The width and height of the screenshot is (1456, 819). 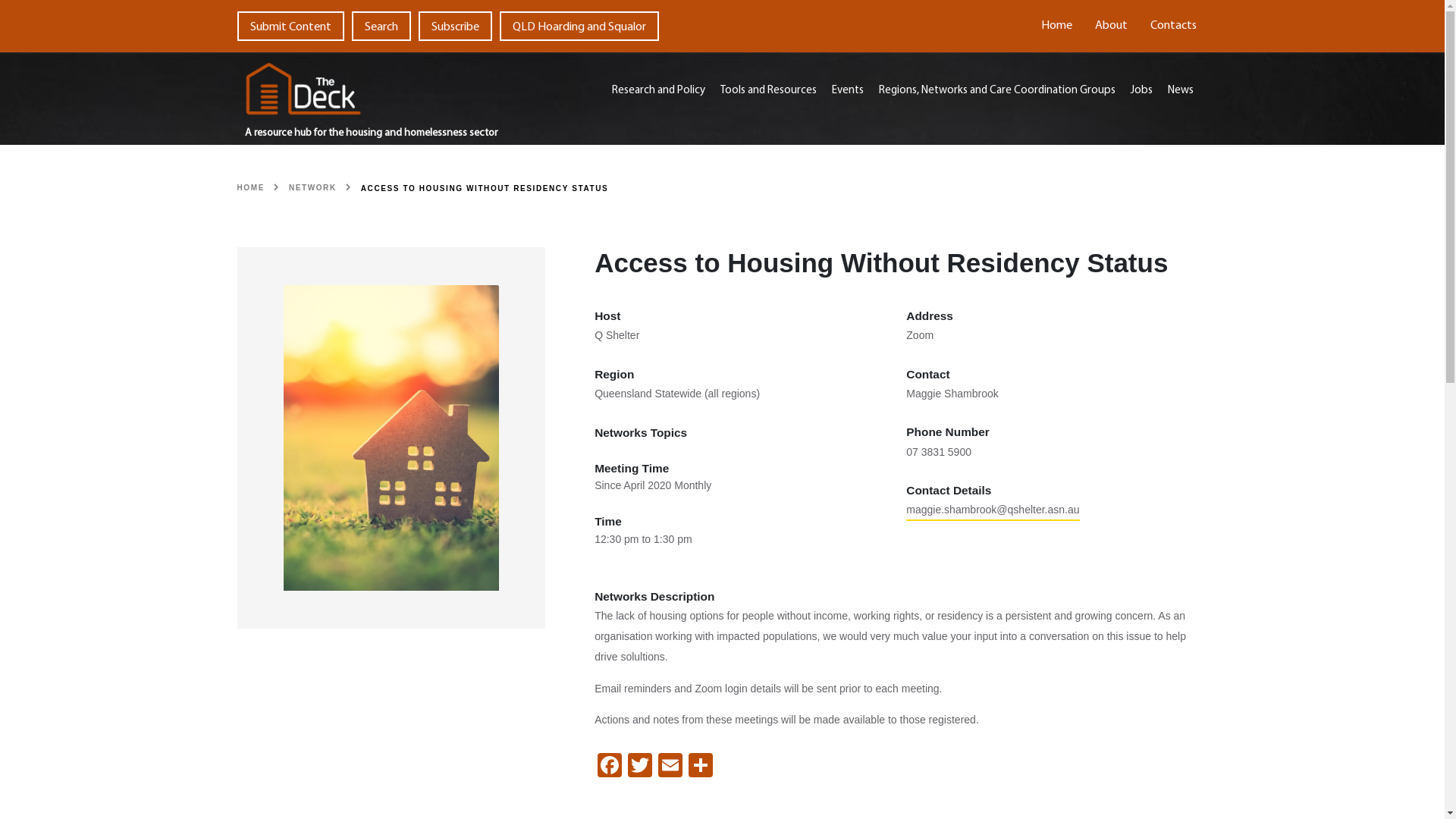 What do you see at coordinates (669, 767) in the screenshot?
I see `'Email'` at bounding box center [669, 767].